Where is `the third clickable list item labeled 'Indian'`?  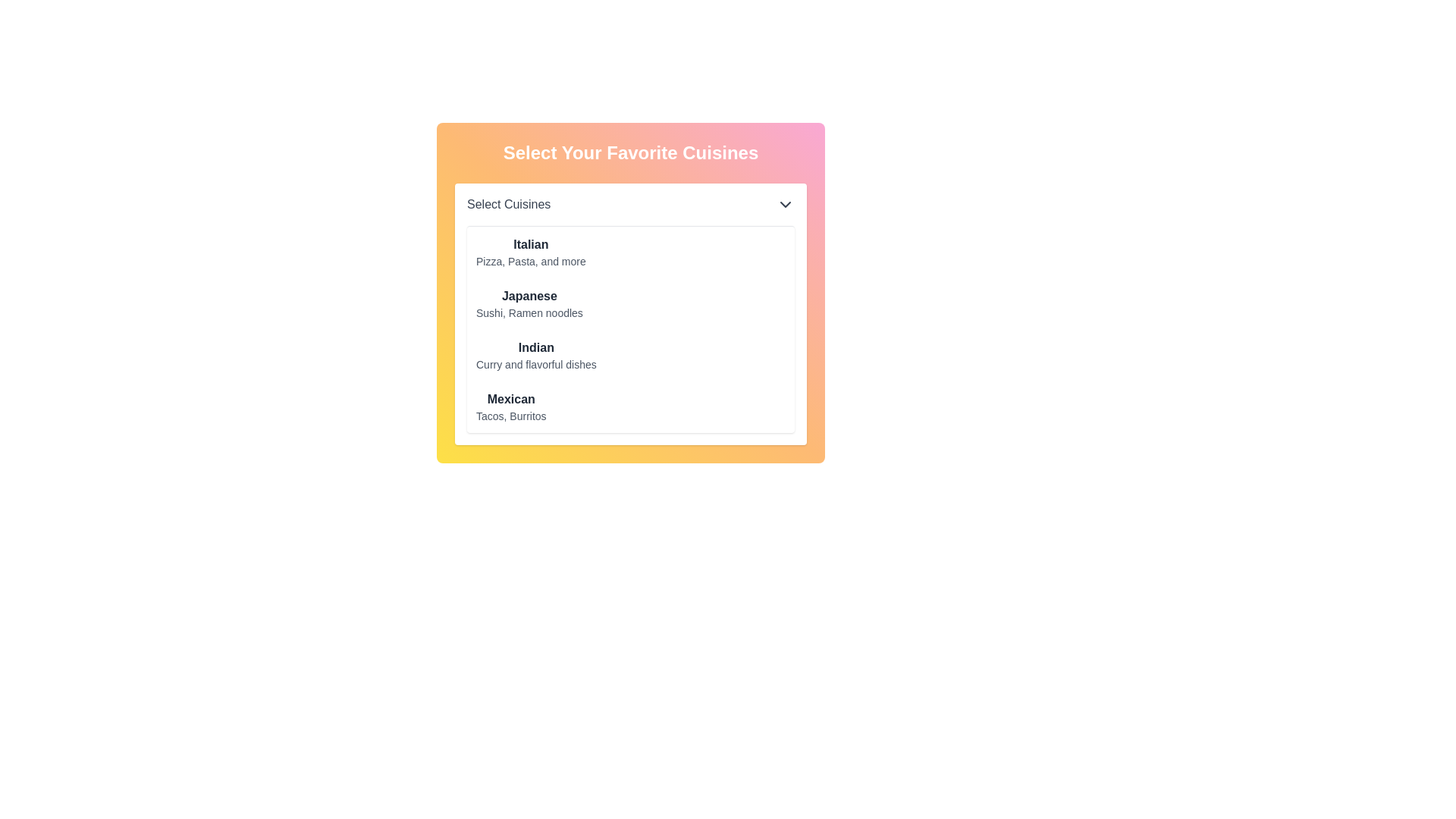 the third clickable list item labeled 'Indian' is located at coordinates (536, 356).